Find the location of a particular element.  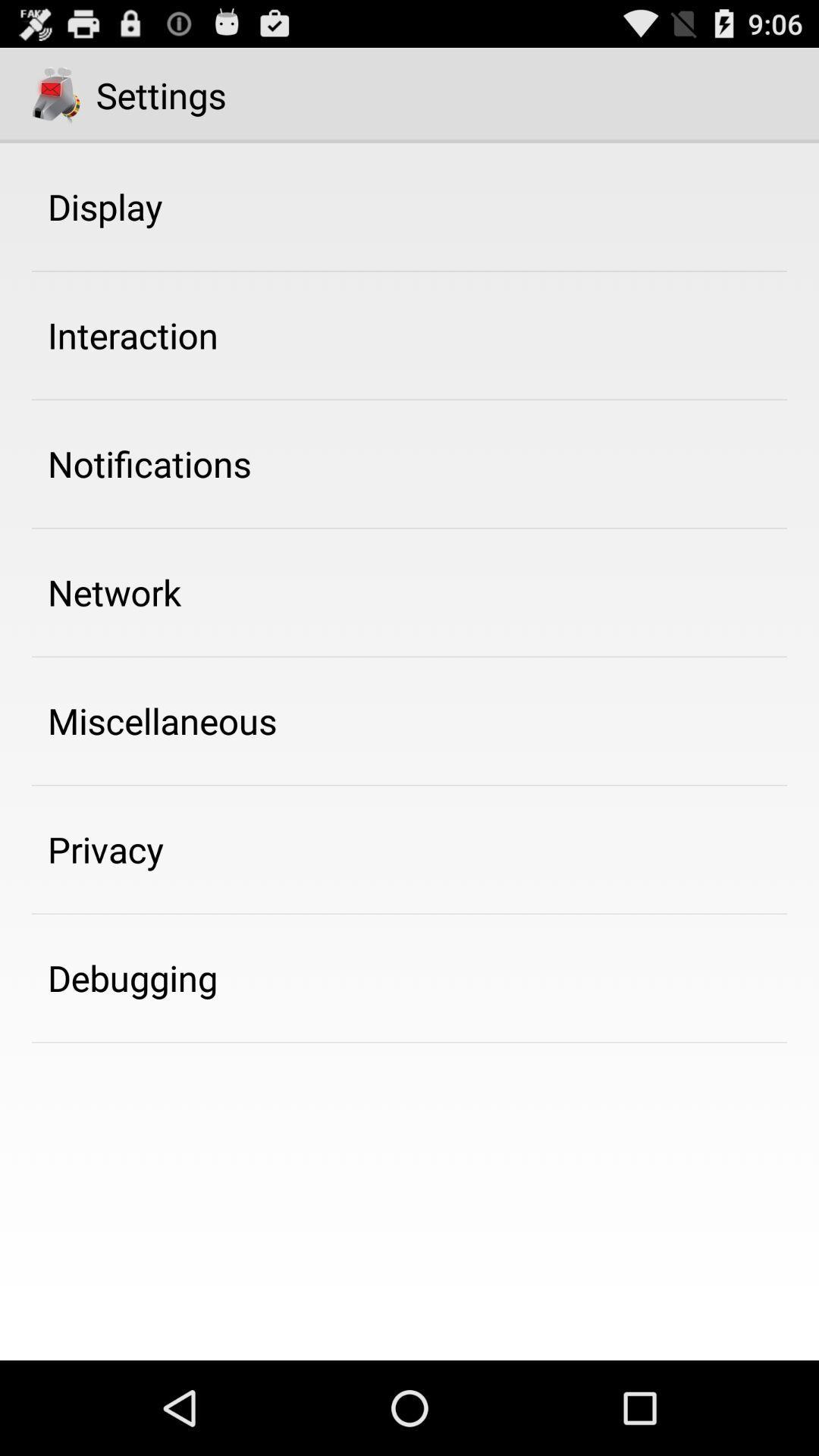

the app below miscellaneous icon is located at coordinates (105, 849).